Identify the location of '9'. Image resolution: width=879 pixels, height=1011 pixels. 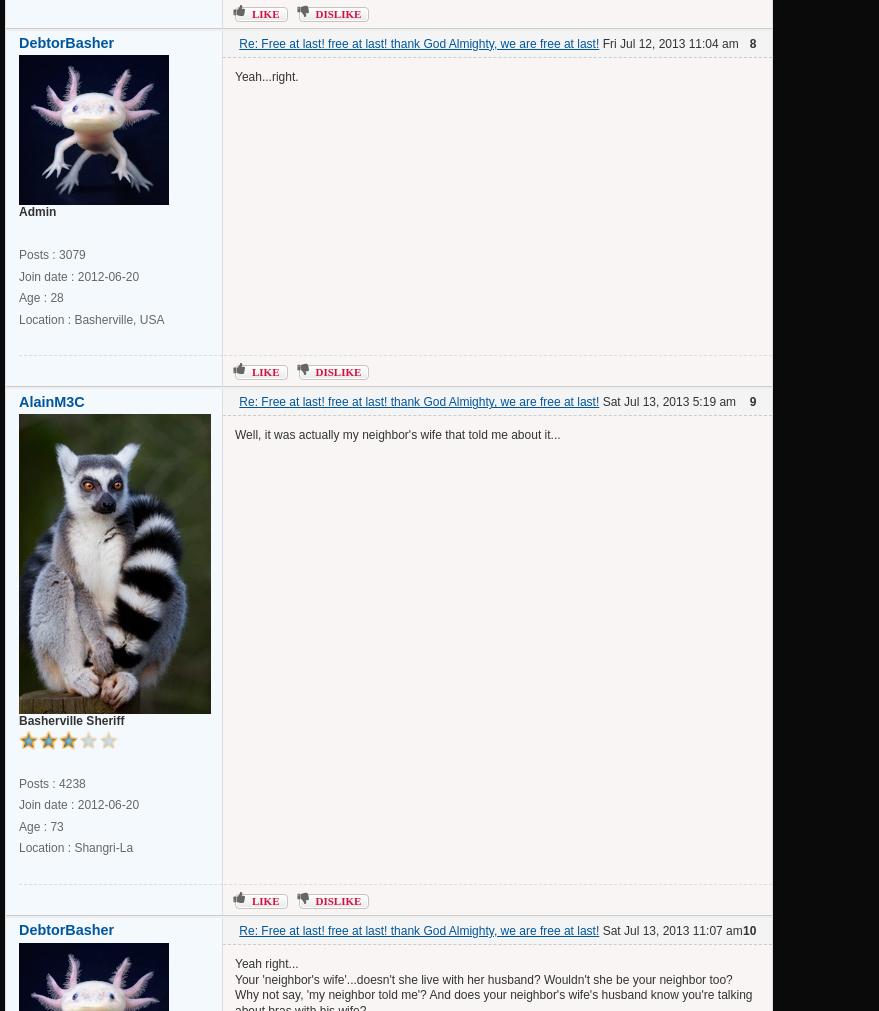
(751, 400).